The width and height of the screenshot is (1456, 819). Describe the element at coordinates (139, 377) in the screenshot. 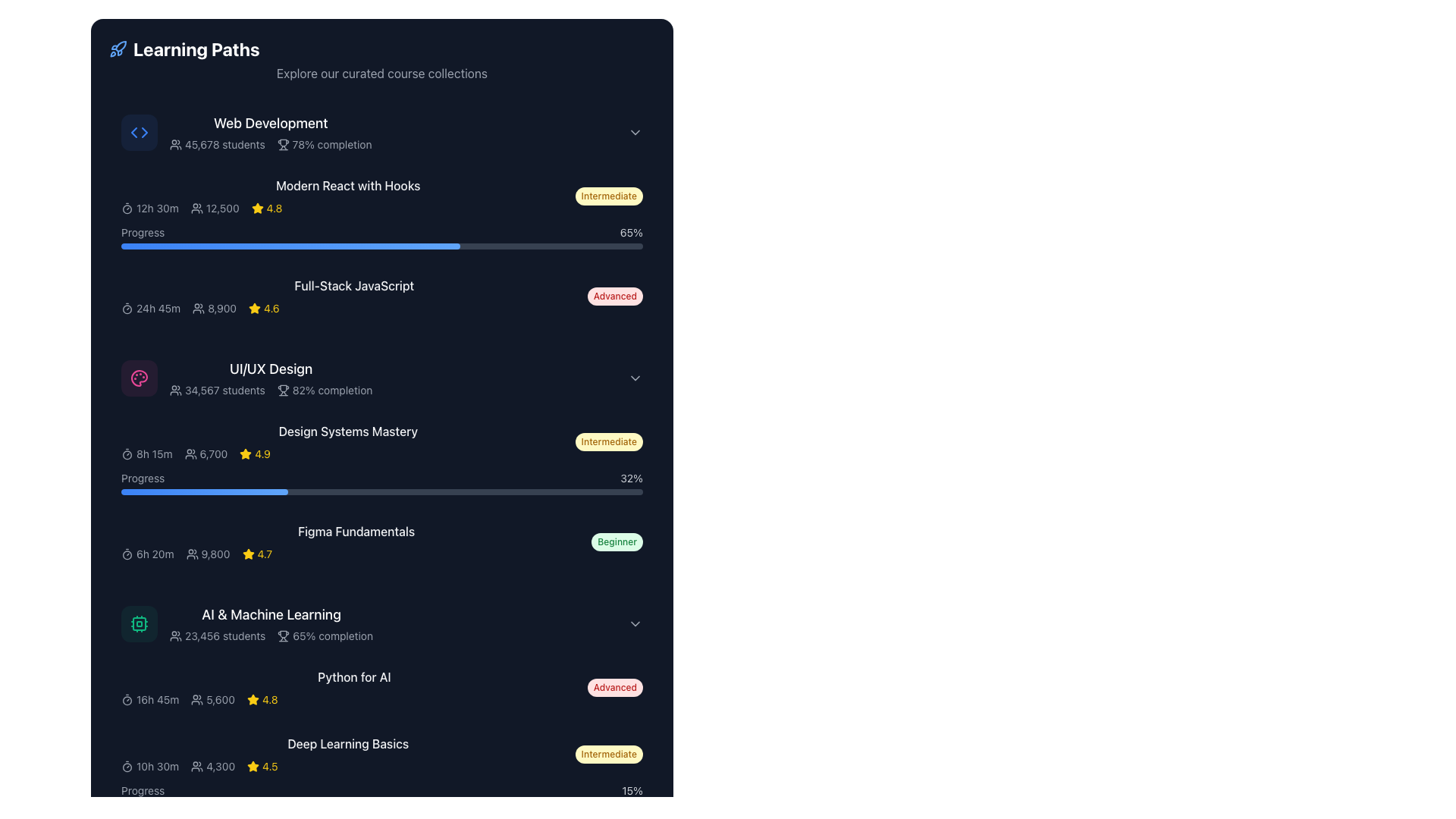

I see `the UI/UX Design icon located on the left side of its section, adjacent to the title` at that location.